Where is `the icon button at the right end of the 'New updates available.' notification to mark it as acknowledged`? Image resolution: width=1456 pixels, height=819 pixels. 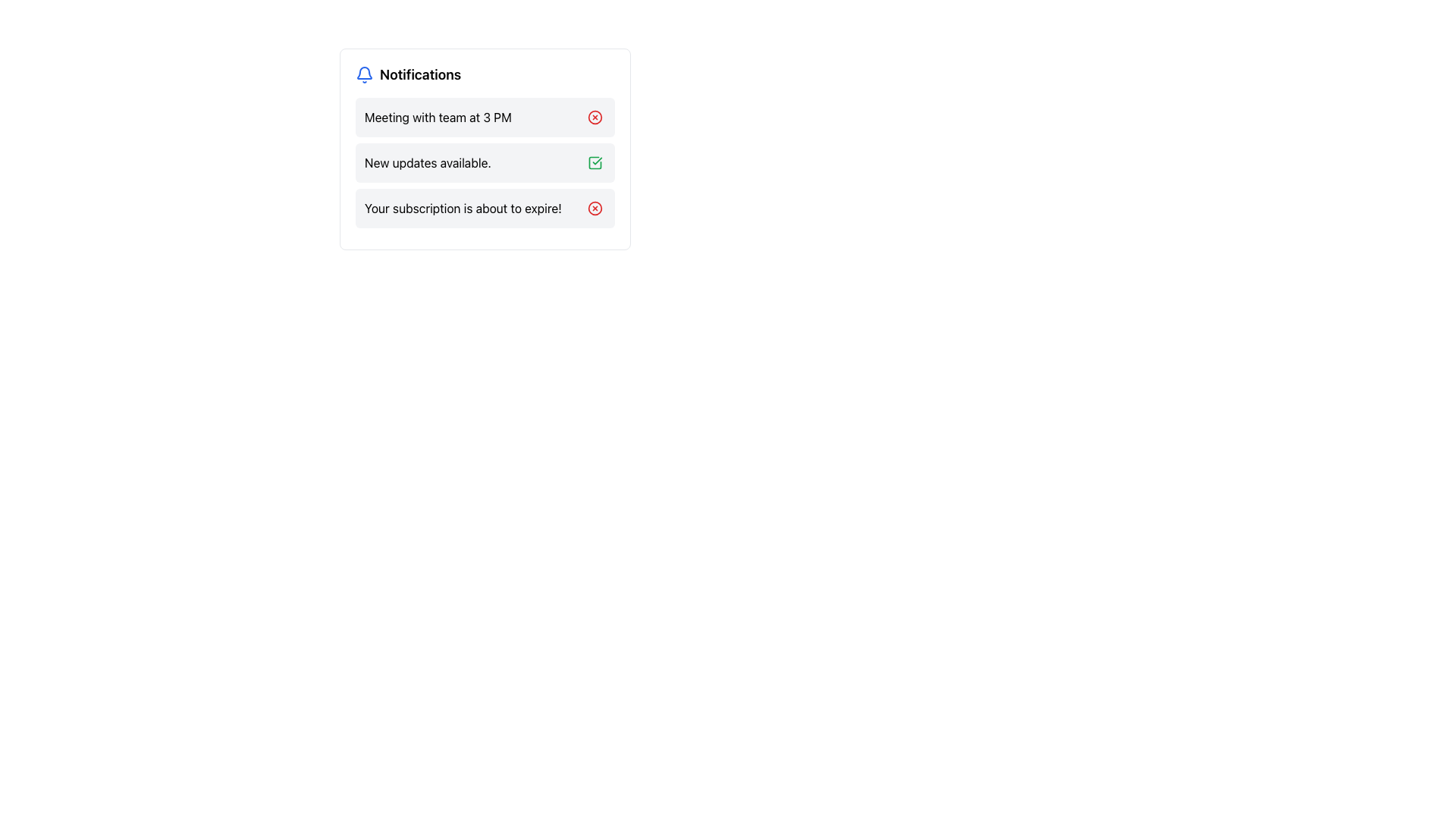
the icon button at the right end of the 'New updates available.' notification to mark it as acknowledged is located at coordinates (595, 163).